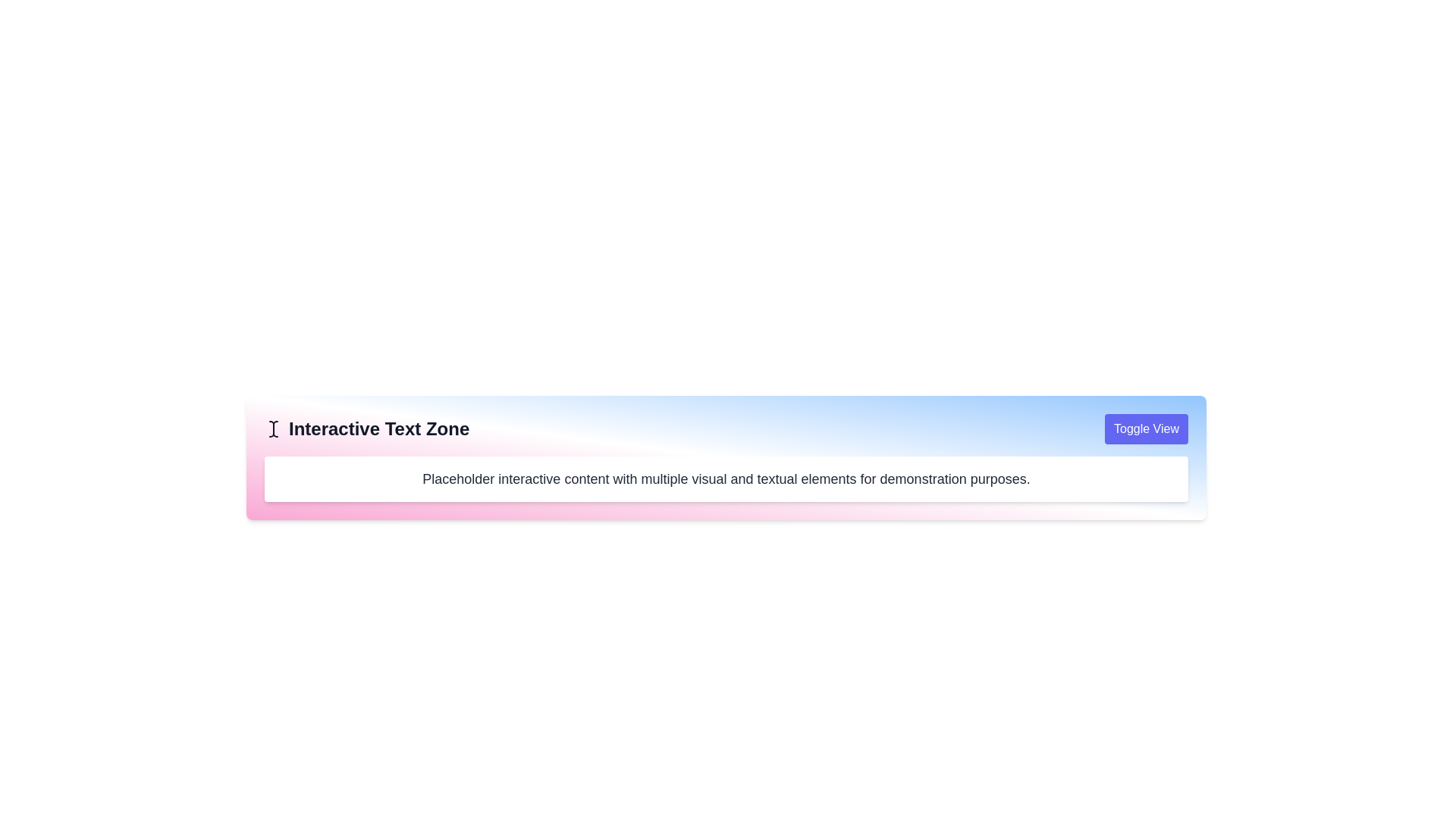 This screenshot has height=819, width=1456. Describe the element at coordinates (273, 429) in the screenshot. I see `the SVG icon representing a text cursor, which is located to the very left of the text 'Interactive Text Zone'` at that location.